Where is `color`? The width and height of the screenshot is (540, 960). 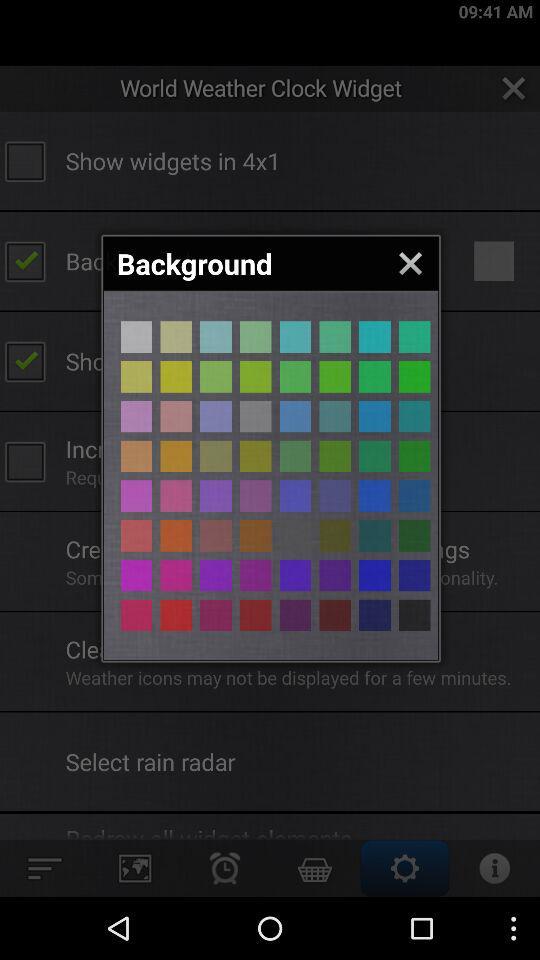 color is located at coordinates (413, 337).